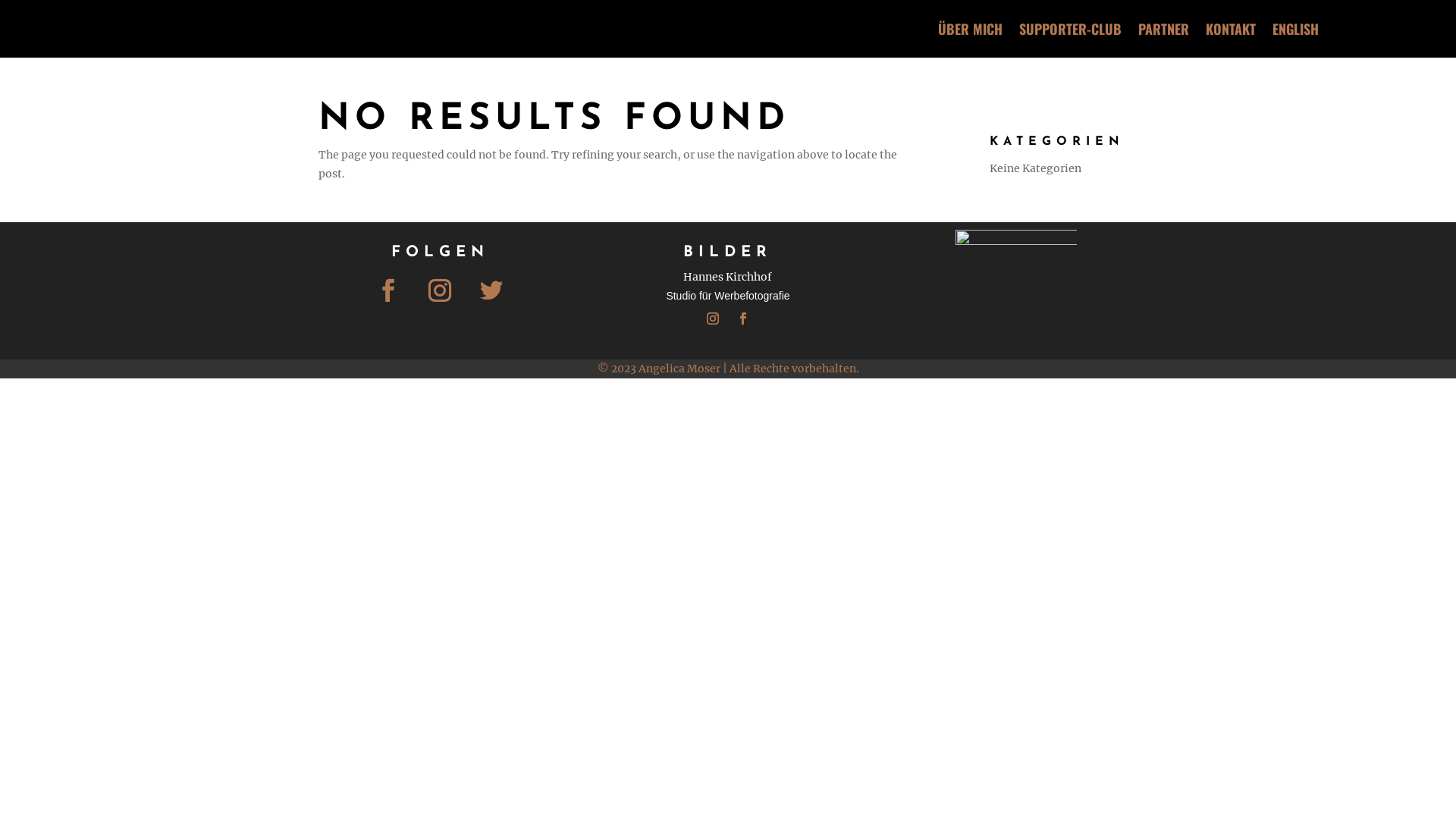 The height and width of the screenshot is (819, 1456). I want to click on 'Follow on Instagram', so click(712, 318).